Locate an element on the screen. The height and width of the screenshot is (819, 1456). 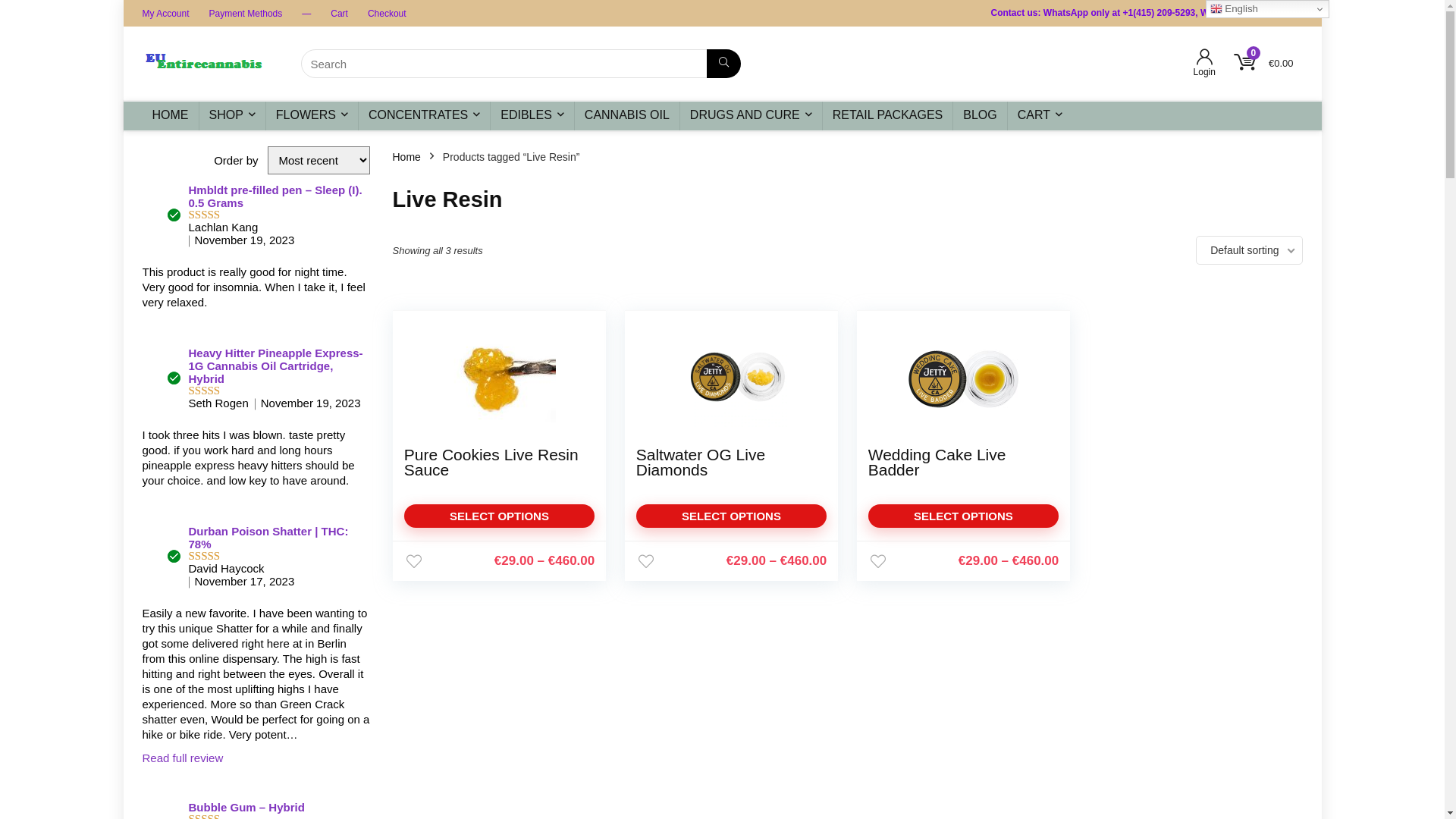
'CONCENTRATES' is located at coordinates (424, 115).